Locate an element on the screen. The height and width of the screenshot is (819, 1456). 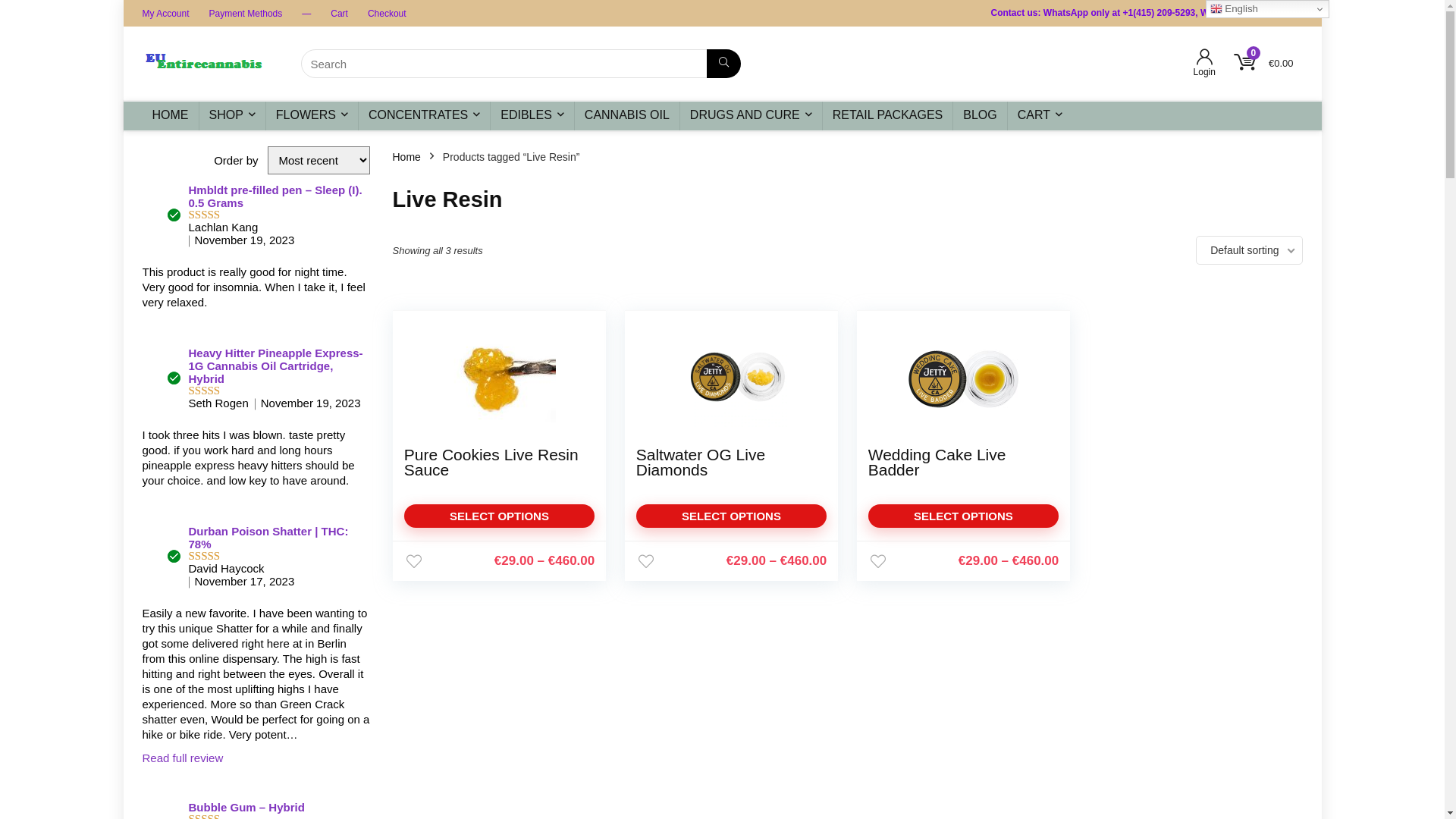
'CONCENTRATES' is located at coordinates (424, 115).